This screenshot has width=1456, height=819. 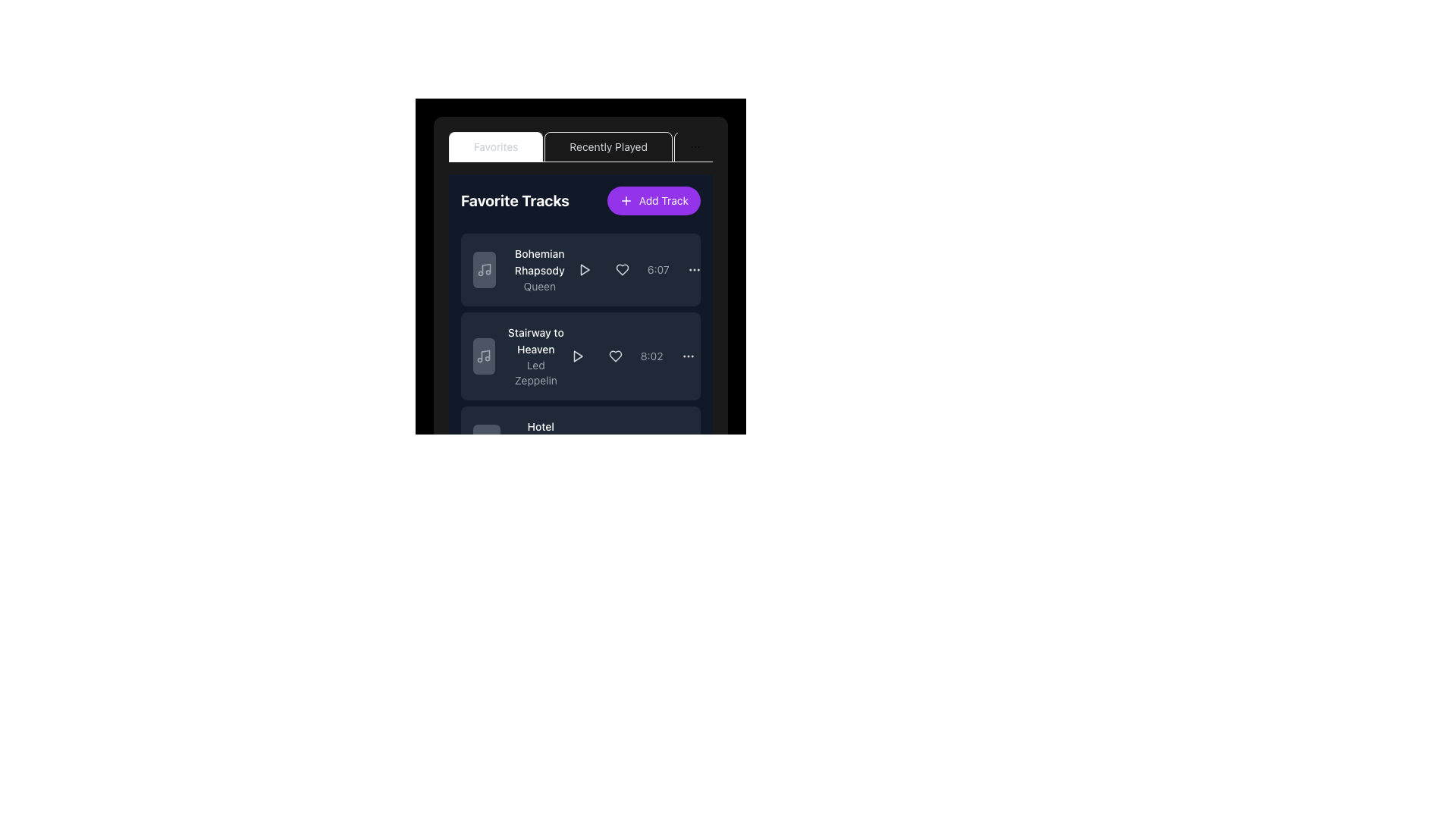 I want to click on the Tab button, which is the second tab in the sequence, located between the 'Favorites' tab and the 'Custom Playlists' tab, to switch the view to show content related to recently played items, so click(x=626, y=146).